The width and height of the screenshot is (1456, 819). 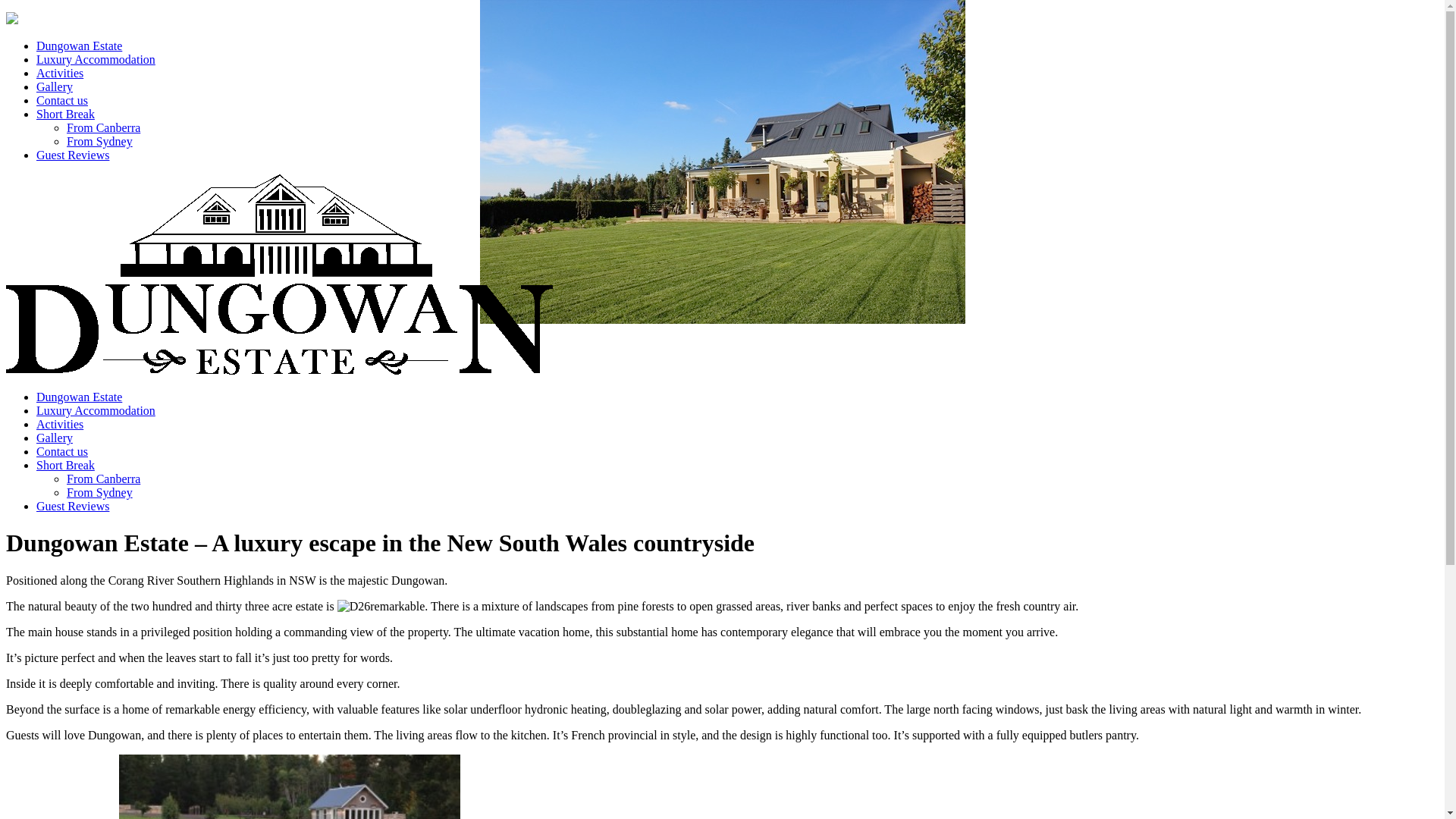 I want to click on 'Contact us', so click(x=61, y=100).